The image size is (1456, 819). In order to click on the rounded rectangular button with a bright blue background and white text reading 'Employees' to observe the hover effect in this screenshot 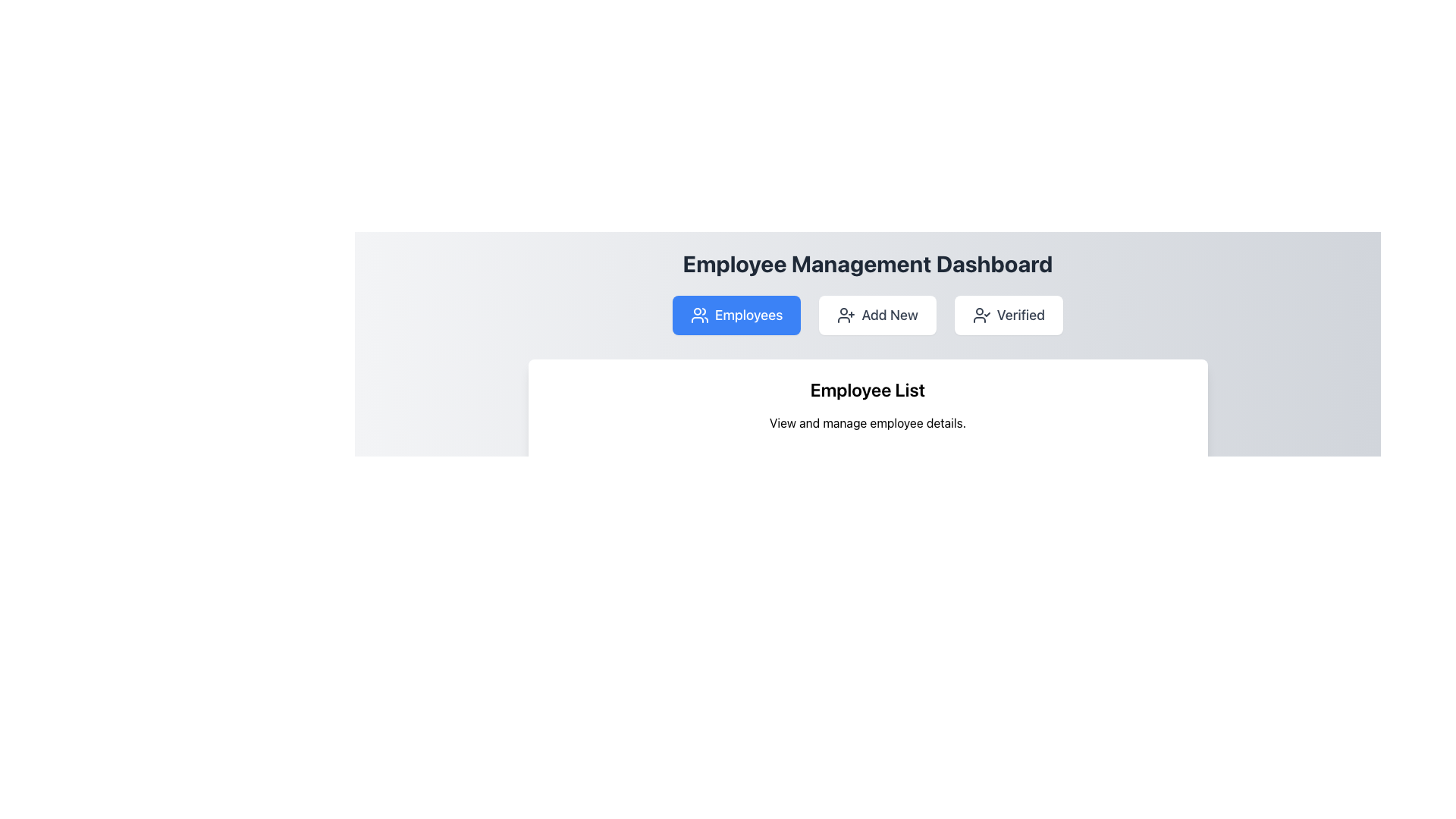, I will do `click(736, 315)`.